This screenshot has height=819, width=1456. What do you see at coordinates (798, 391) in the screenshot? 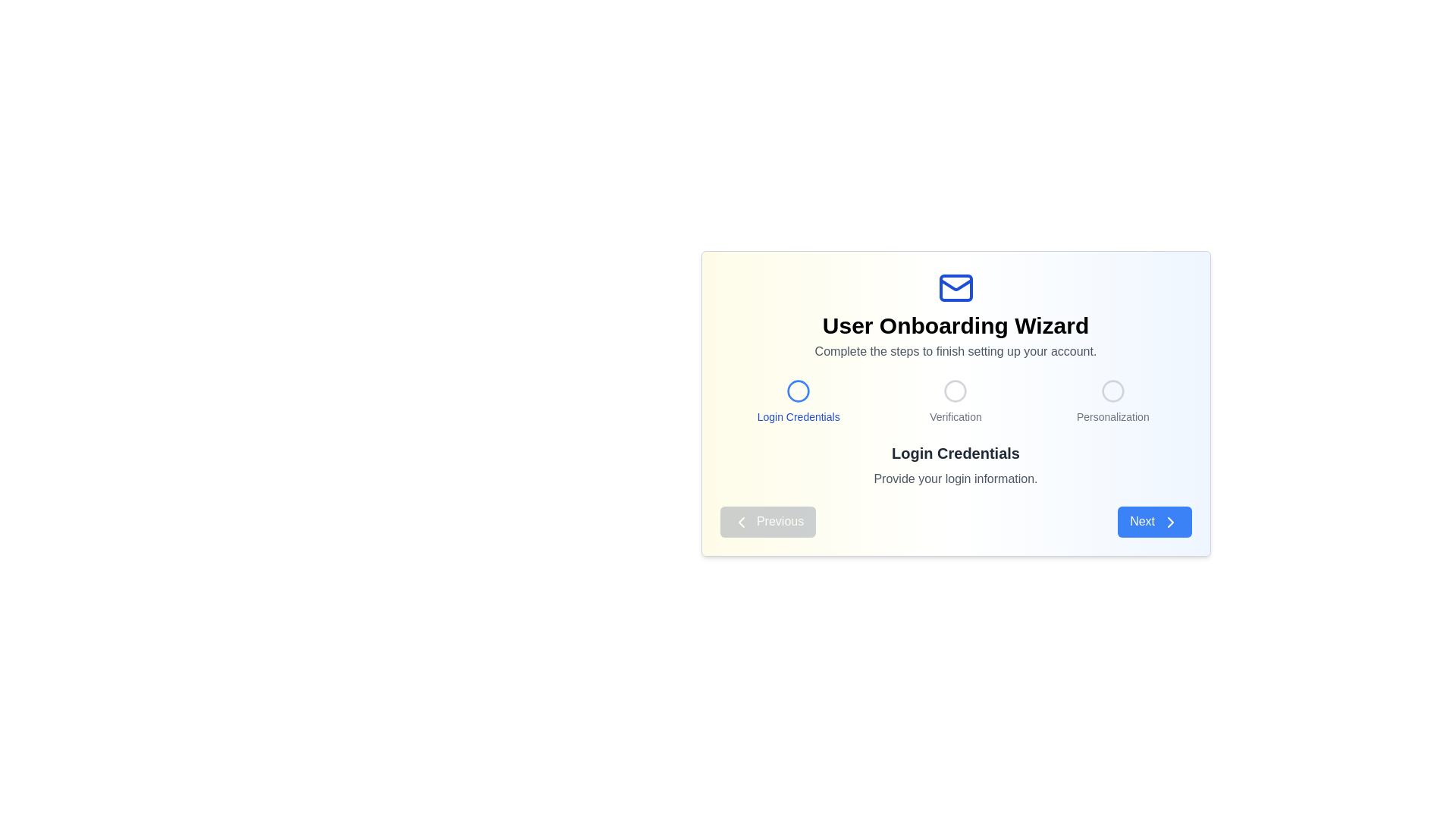
I see `the visual state of the first step indicator circle representing 'Login Credentials' in the onboarding process` at bounding box center [798, 391].